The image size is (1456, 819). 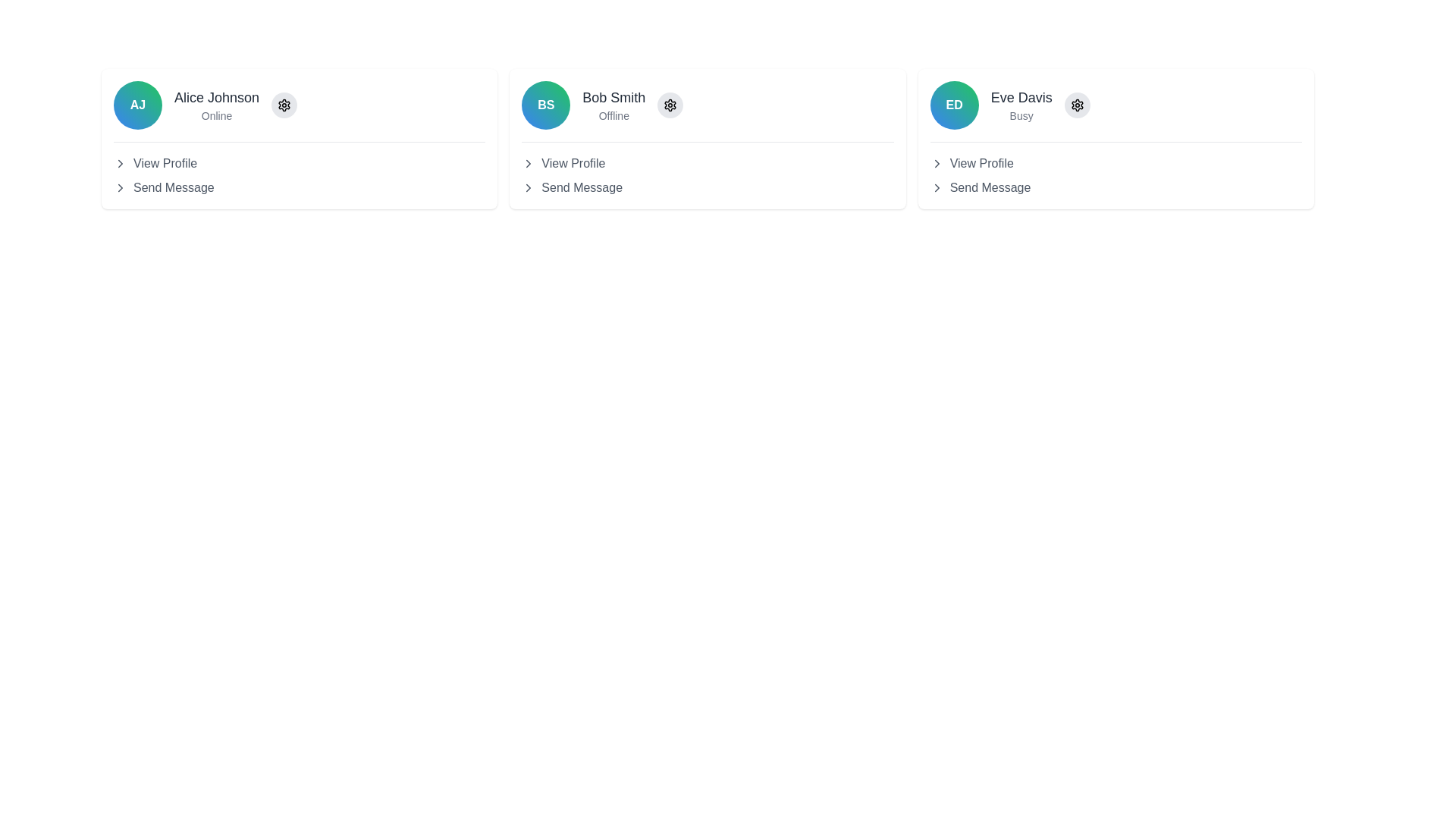 What do you see at coordinates (581, 187) in the screenshot?
I see `the Text link for sending a message to Bob Smith located below the 'View Profile' option in the profile card` at bounding box center [581, 187].